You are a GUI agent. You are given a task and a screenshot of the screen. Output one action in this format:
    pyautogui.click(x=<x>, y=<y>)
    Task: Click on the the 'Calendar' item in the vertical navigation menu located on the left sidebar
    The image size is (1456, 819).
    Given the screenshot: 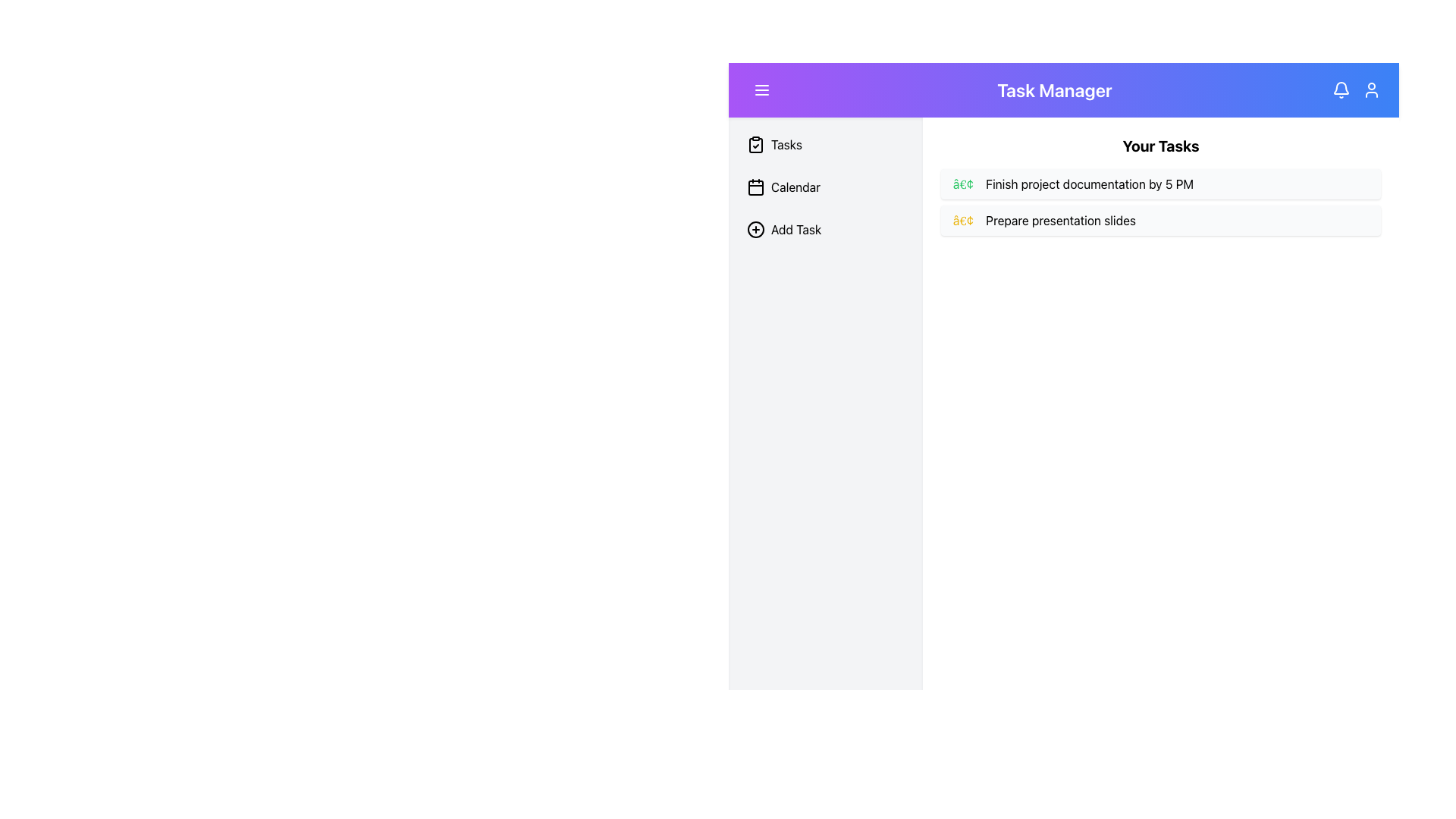 What is the action you would take?
    pyautogui.click(x=825, y=186)
    